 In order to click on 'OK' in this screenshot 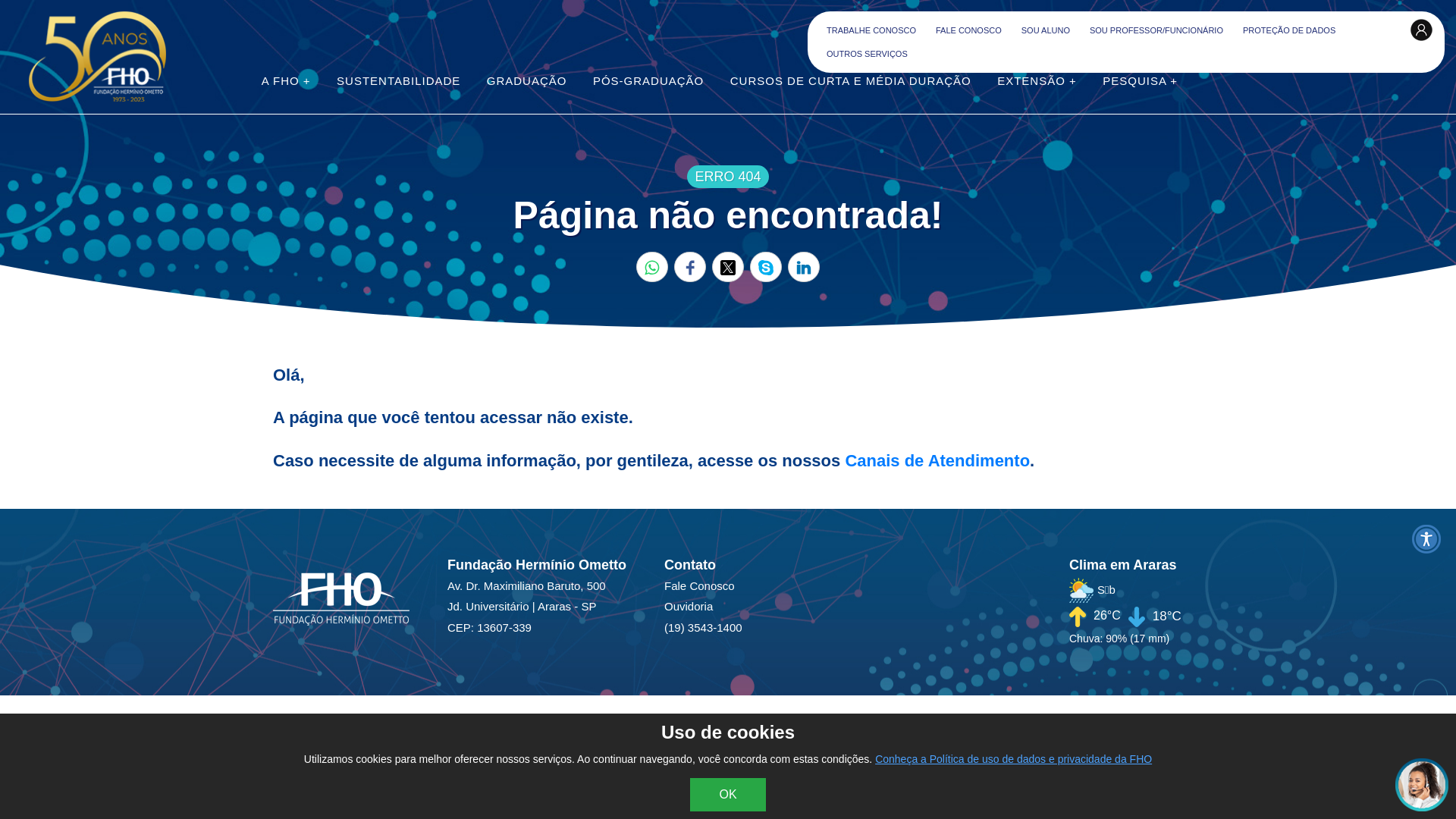, I will do `click(689, 794)`.